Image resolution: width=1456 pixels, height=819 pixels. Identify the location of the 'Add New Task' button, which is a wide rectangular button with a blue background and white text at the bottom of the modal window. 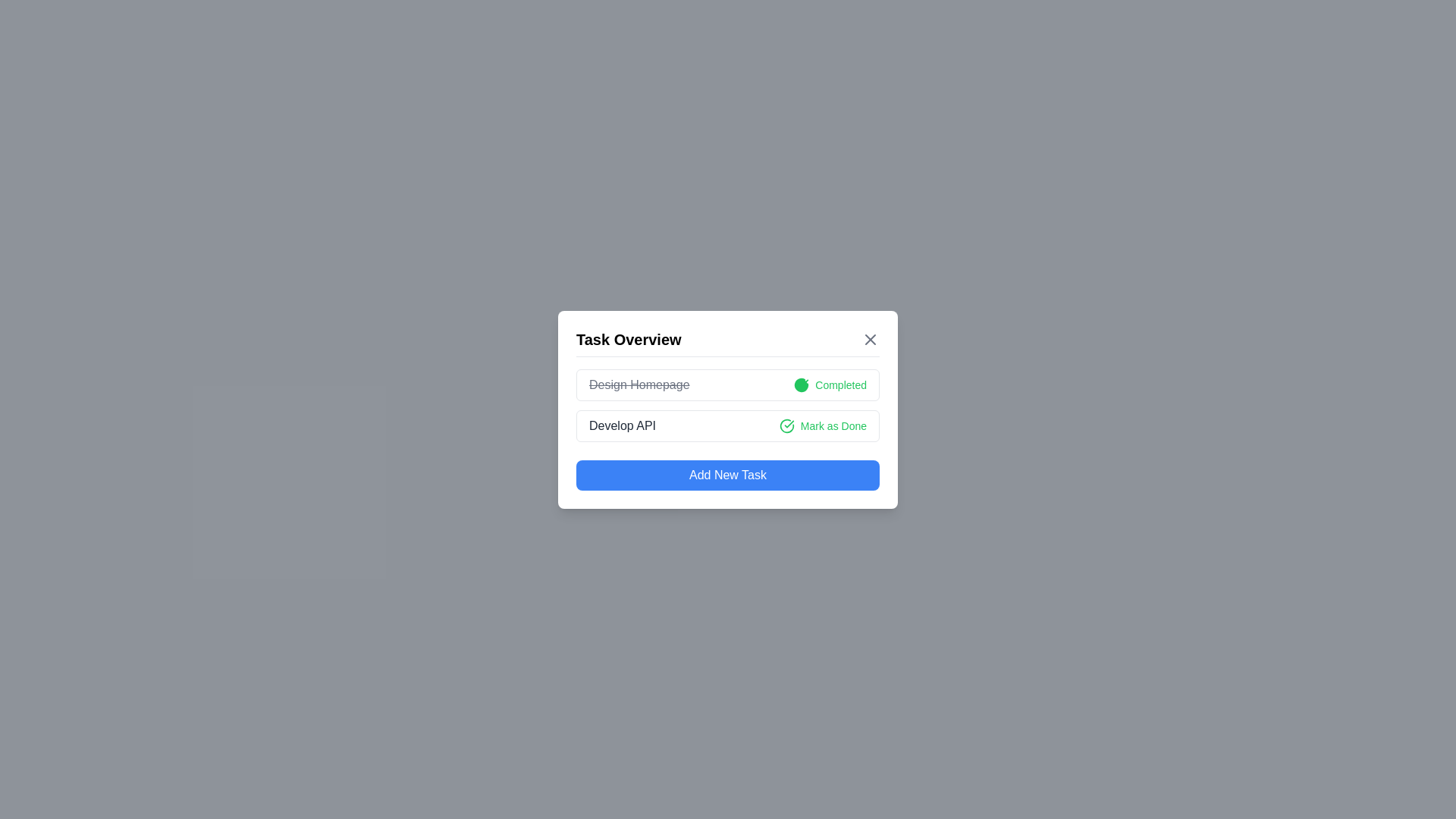
(728, 473).